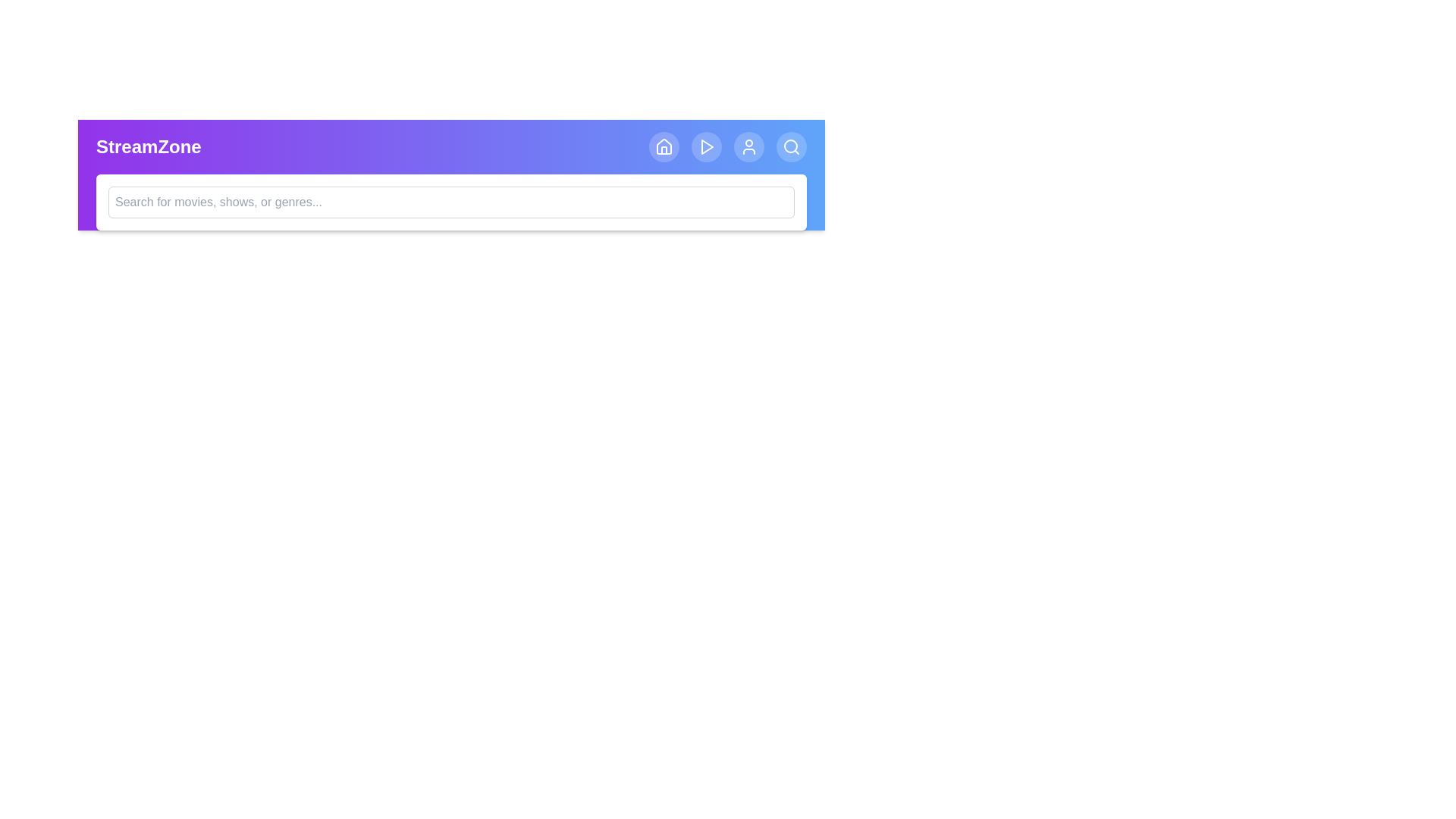 The image size is (1456, 819). Describe the element at coordinates (790, 146) in the screenshot. I see `the search icon button to toggle the visibility of the search bar` at that location.